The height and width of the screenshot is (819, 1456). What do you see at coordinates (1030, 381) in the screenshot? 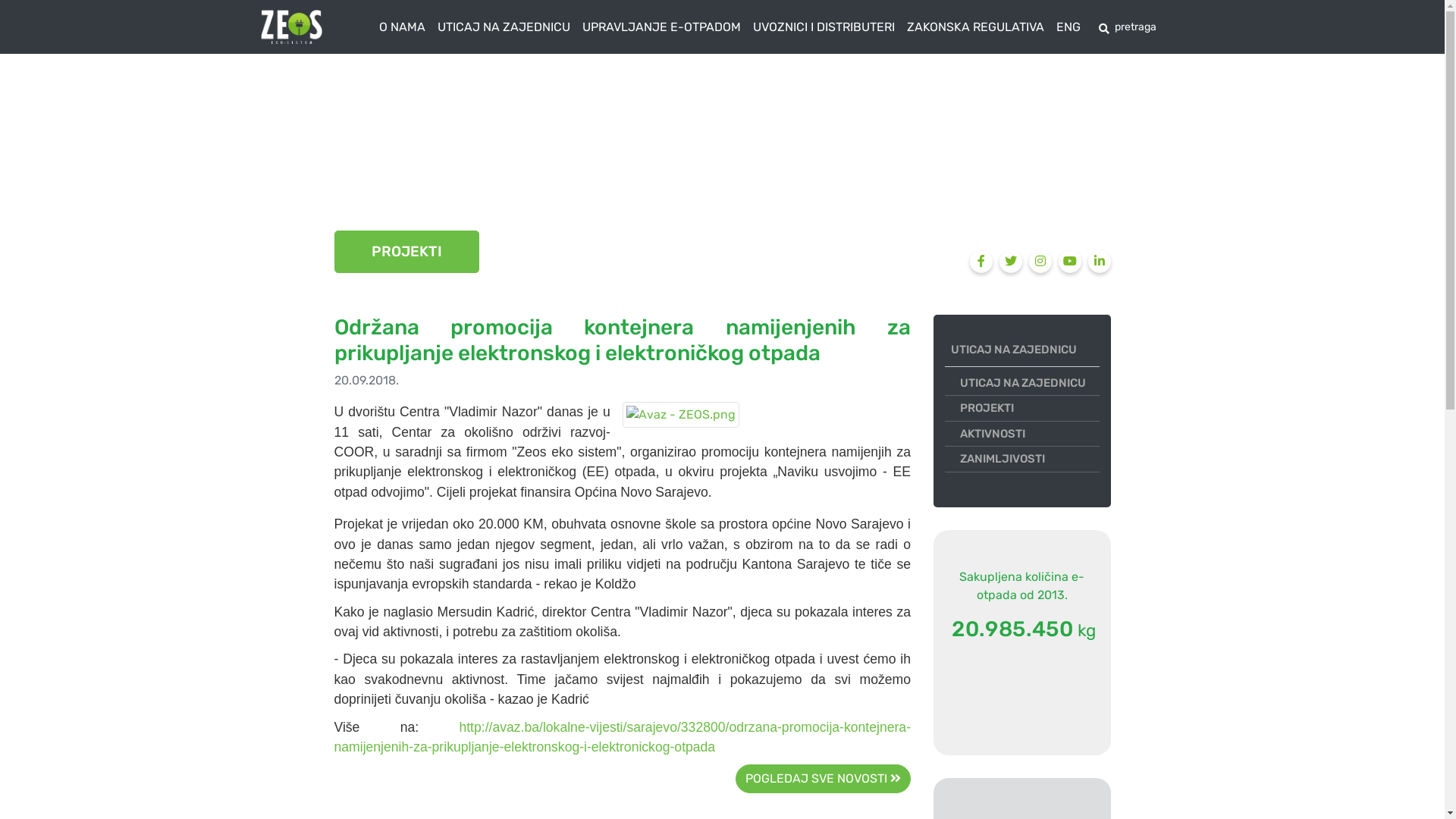
I see `'UTICAJ NA ZAJEDNICU'` at bounding box center [1030, 381].